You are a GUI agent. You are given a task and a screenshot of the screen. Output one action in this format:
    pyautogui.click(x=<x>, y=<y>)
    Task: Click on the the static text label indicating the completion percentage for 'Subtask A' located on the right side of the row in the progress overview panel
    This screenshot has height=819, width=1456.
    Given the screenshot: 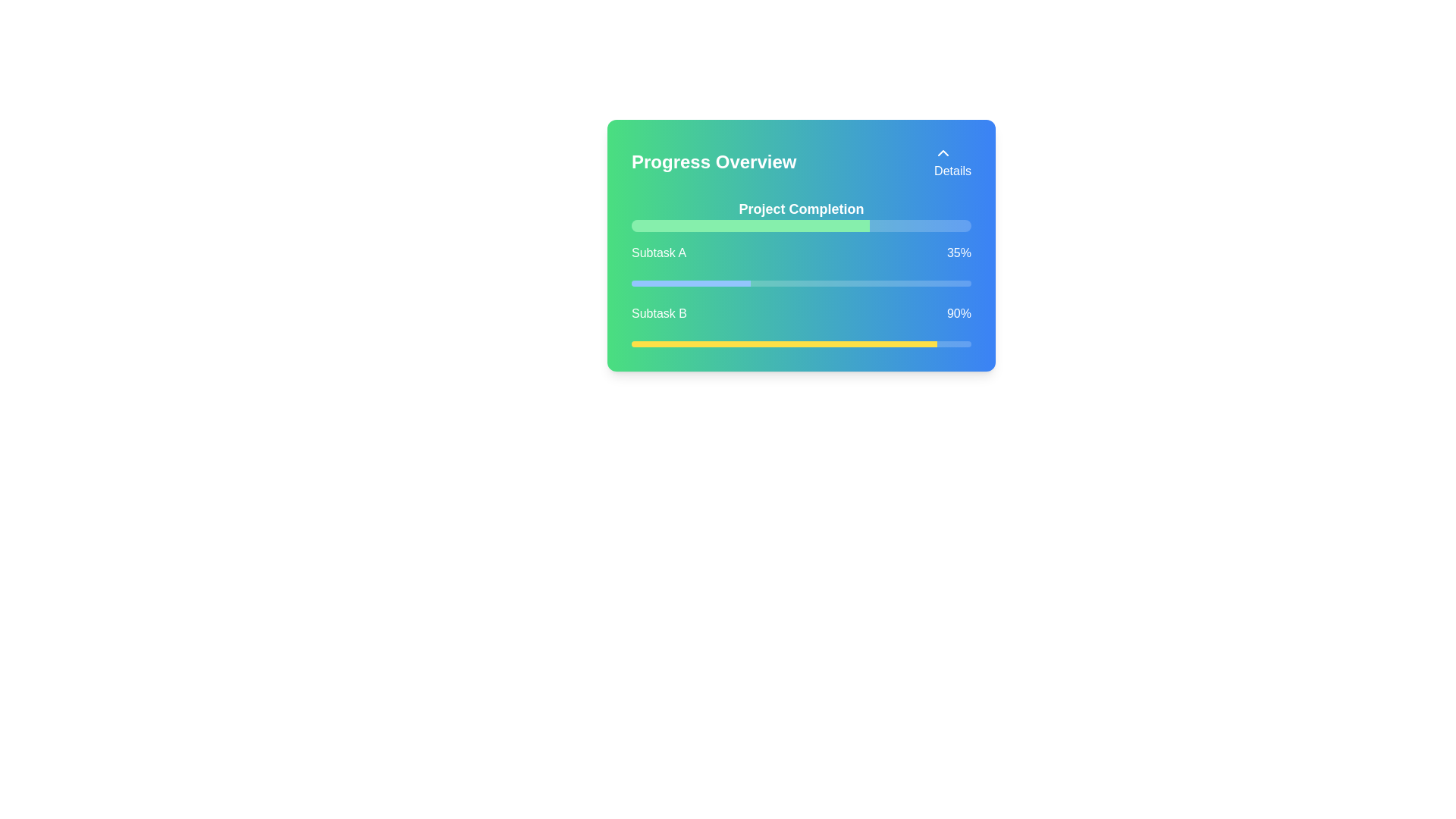 What is the action you would take?
    pyautogui.click(x=958, y=253)
    